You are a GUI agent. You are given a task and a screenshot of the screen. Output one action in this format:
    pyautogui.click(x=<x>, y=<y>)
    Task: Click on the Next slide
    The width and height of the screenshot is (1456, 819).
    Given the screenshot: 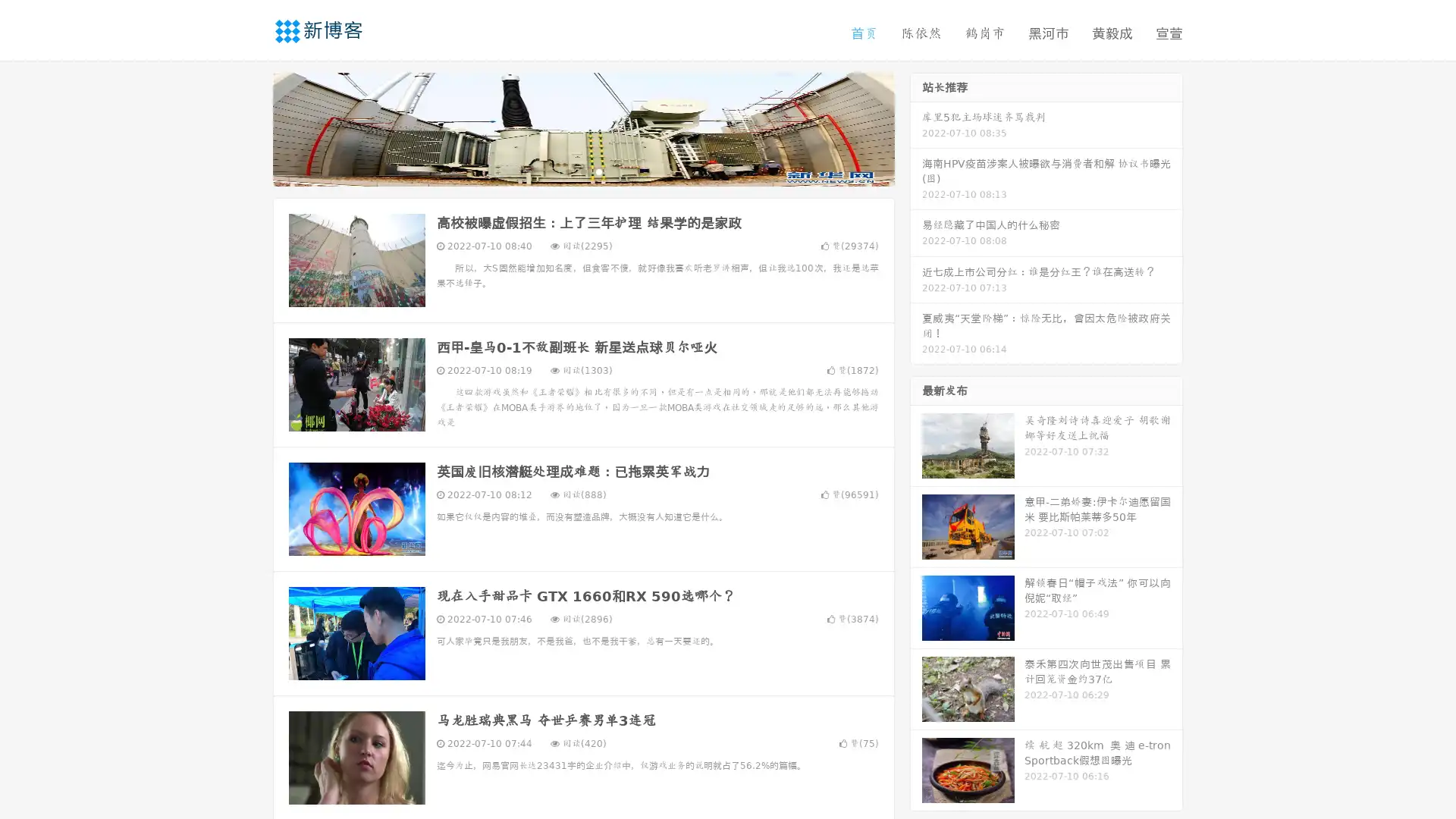 What is the action you would take?
    pyautogui.click(x=916, y=127)
    